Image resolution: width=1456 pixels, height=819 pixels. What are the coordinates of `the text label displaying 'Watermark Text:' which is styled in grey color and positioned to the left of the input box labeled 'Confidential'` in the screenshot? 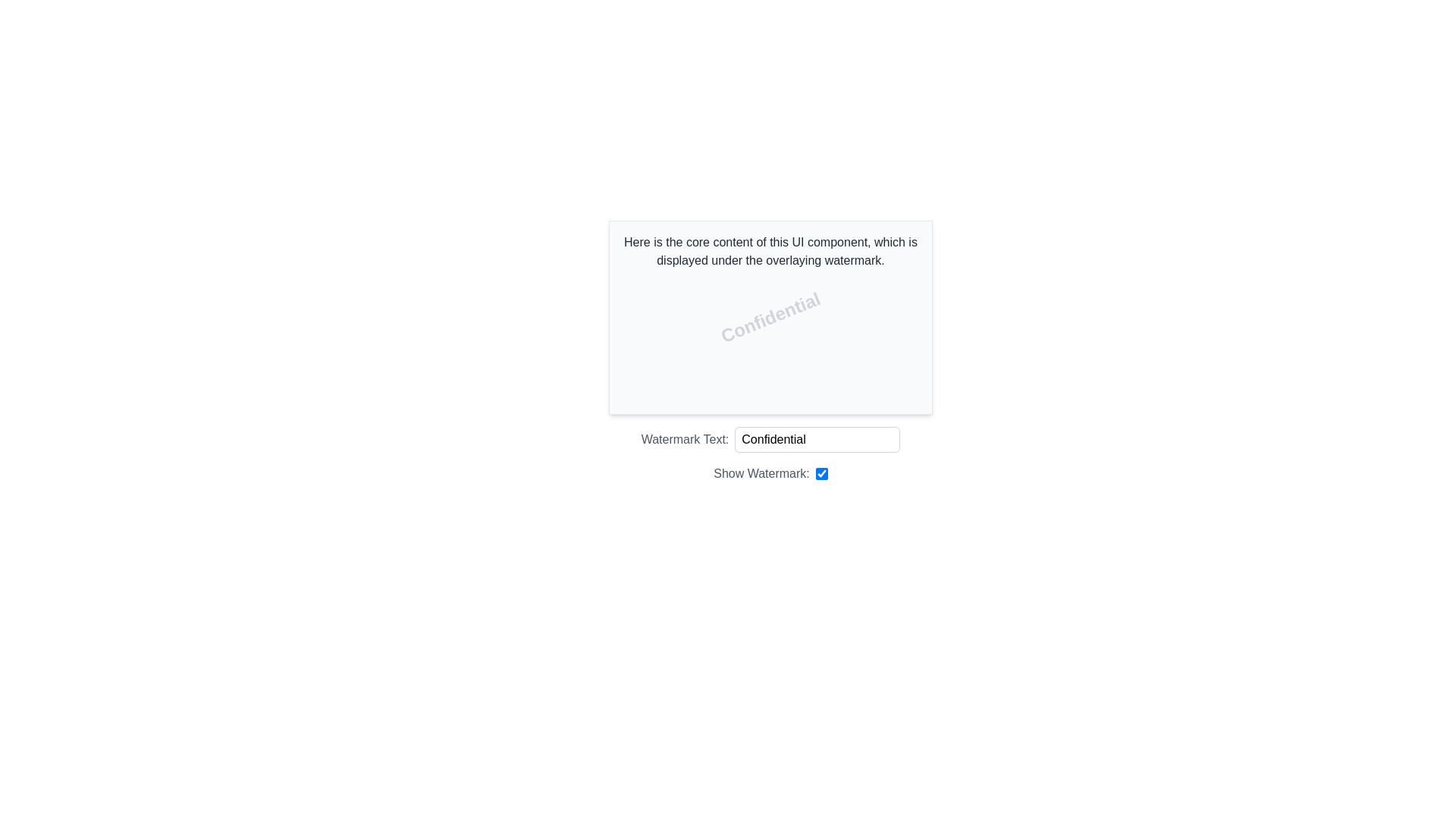 It's located at (684, 439).